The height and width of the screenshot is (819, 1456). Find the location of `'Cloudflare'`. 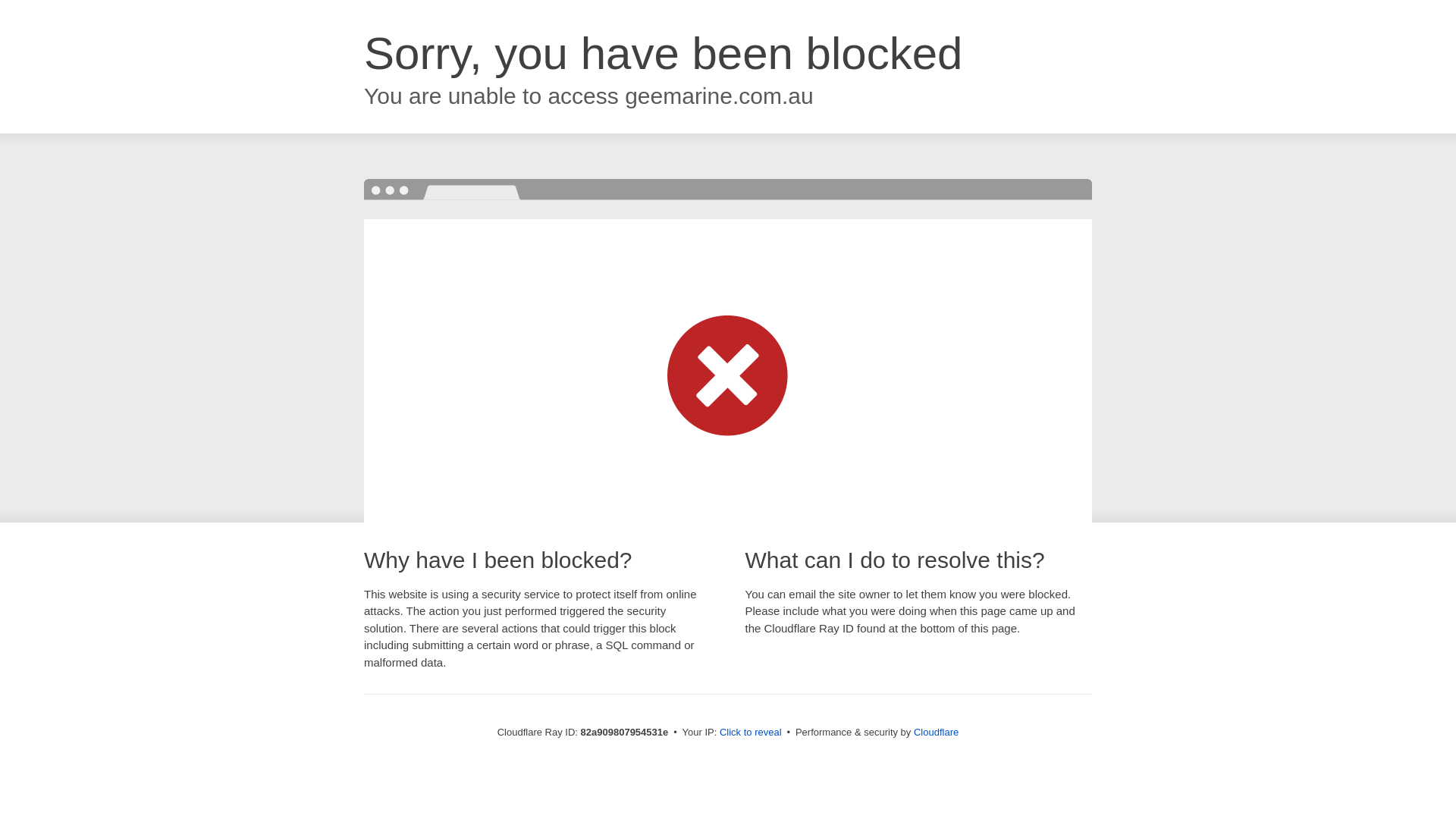

'Cloudflare' is located at coordinates (935, 731).